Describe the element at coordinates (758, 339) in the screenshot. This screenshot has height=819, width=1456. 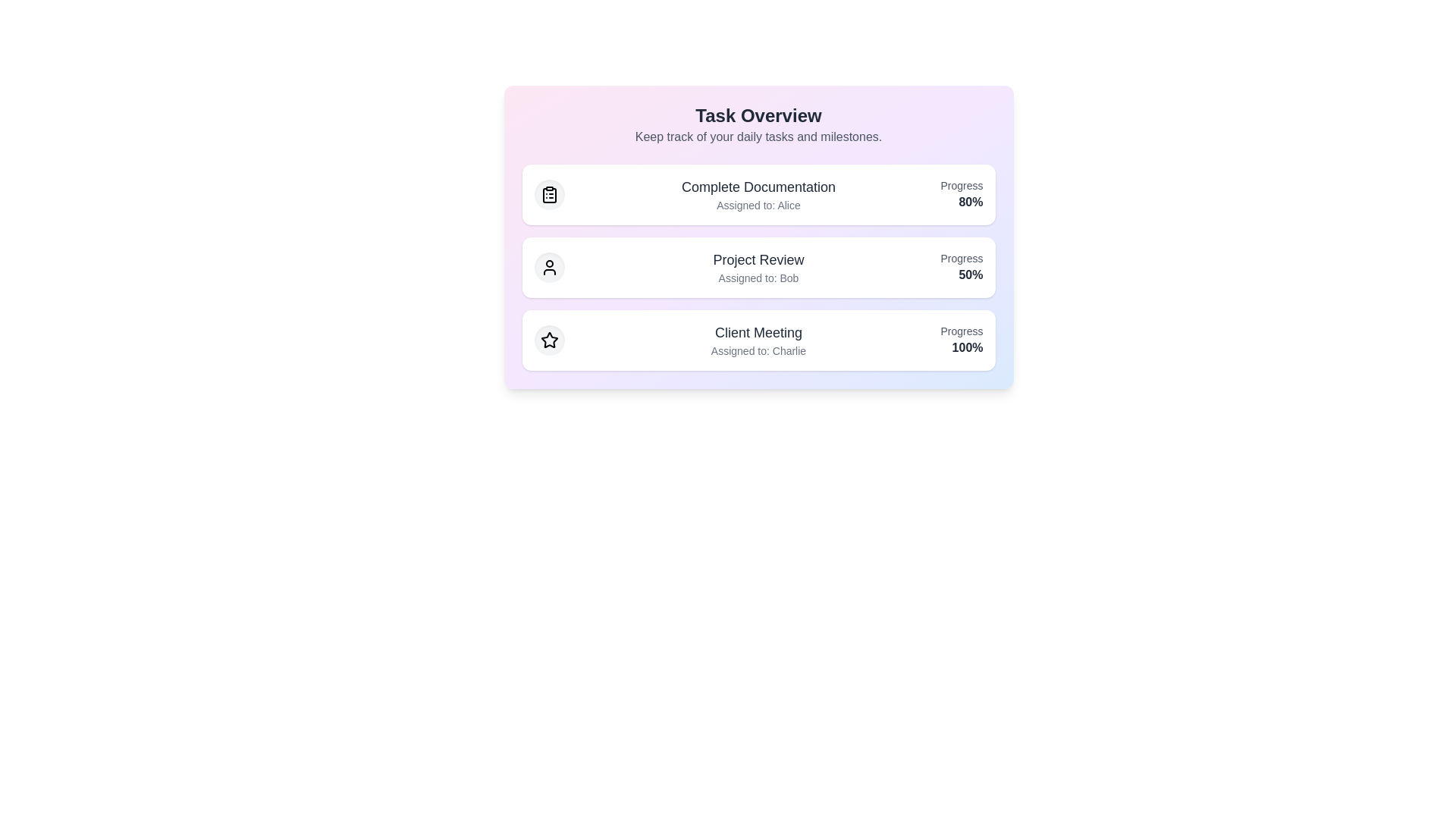
I see `the task item corresponding to Client Meeting` at that location.